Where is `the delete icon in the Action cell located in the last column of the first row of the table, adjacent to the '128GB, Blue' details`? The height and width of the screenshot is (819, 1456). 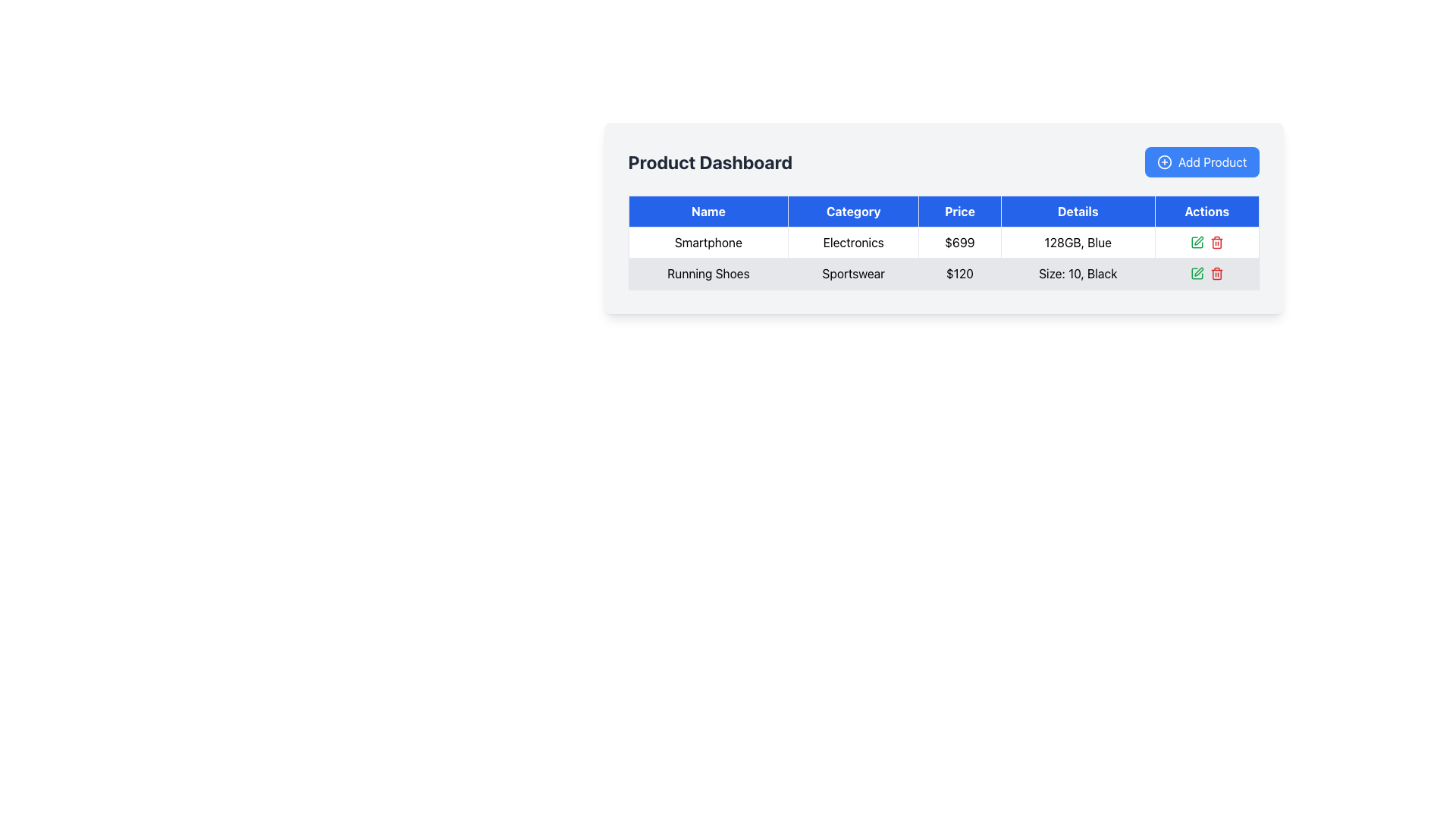 the delete icon in the Action cell located in the last column of the first row of the table, adjacent to the '128GB, Blue' details is located at coordinates (1206, 242).